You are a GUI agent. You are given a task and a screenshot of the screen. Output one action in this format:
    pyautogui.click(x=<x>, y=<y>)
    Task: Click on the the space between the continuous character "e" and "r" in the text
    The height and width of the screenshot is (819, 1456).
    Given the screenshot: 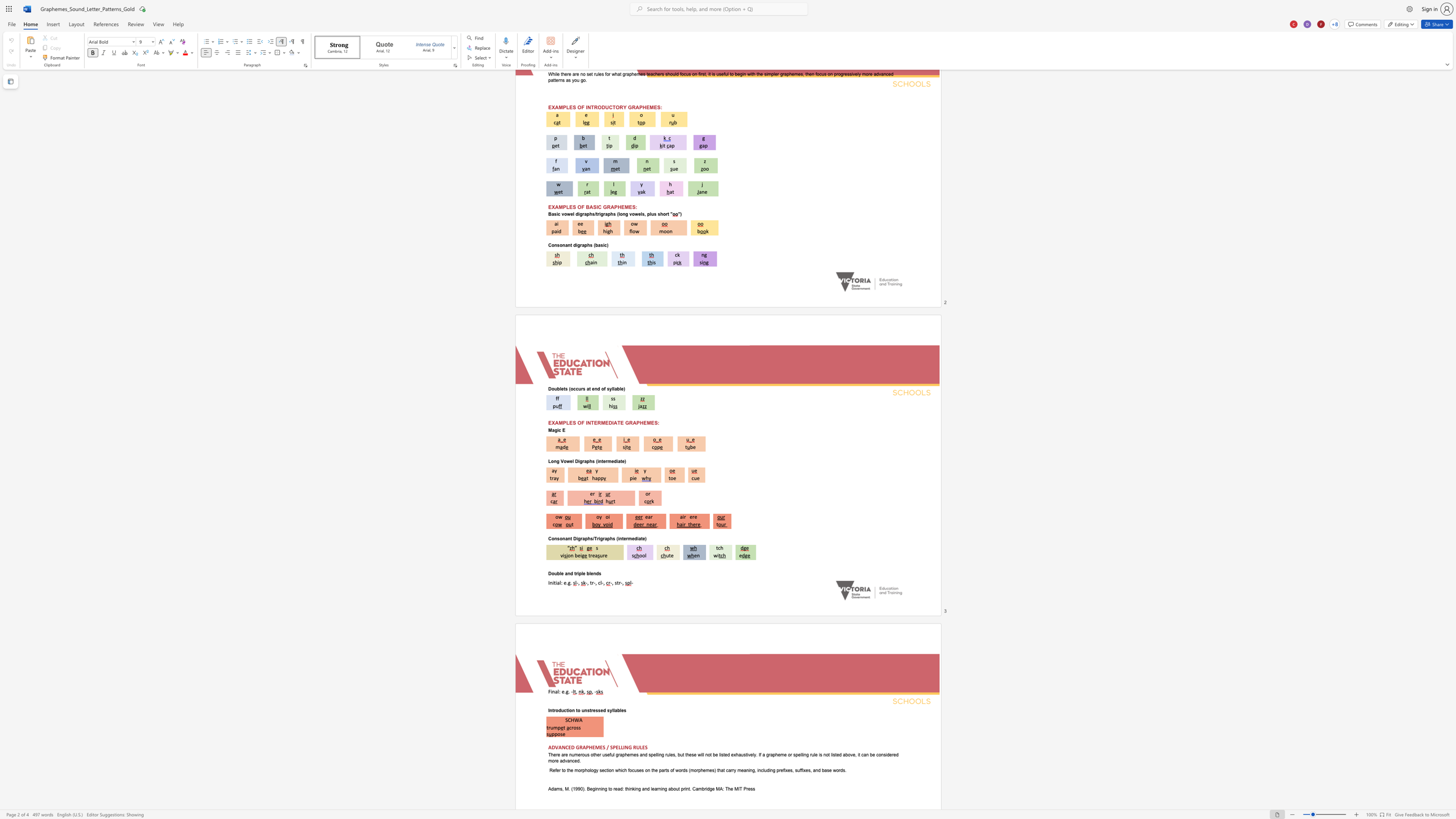 What is the action you would take?
    pyautogui.click(x=692, y=517)
    